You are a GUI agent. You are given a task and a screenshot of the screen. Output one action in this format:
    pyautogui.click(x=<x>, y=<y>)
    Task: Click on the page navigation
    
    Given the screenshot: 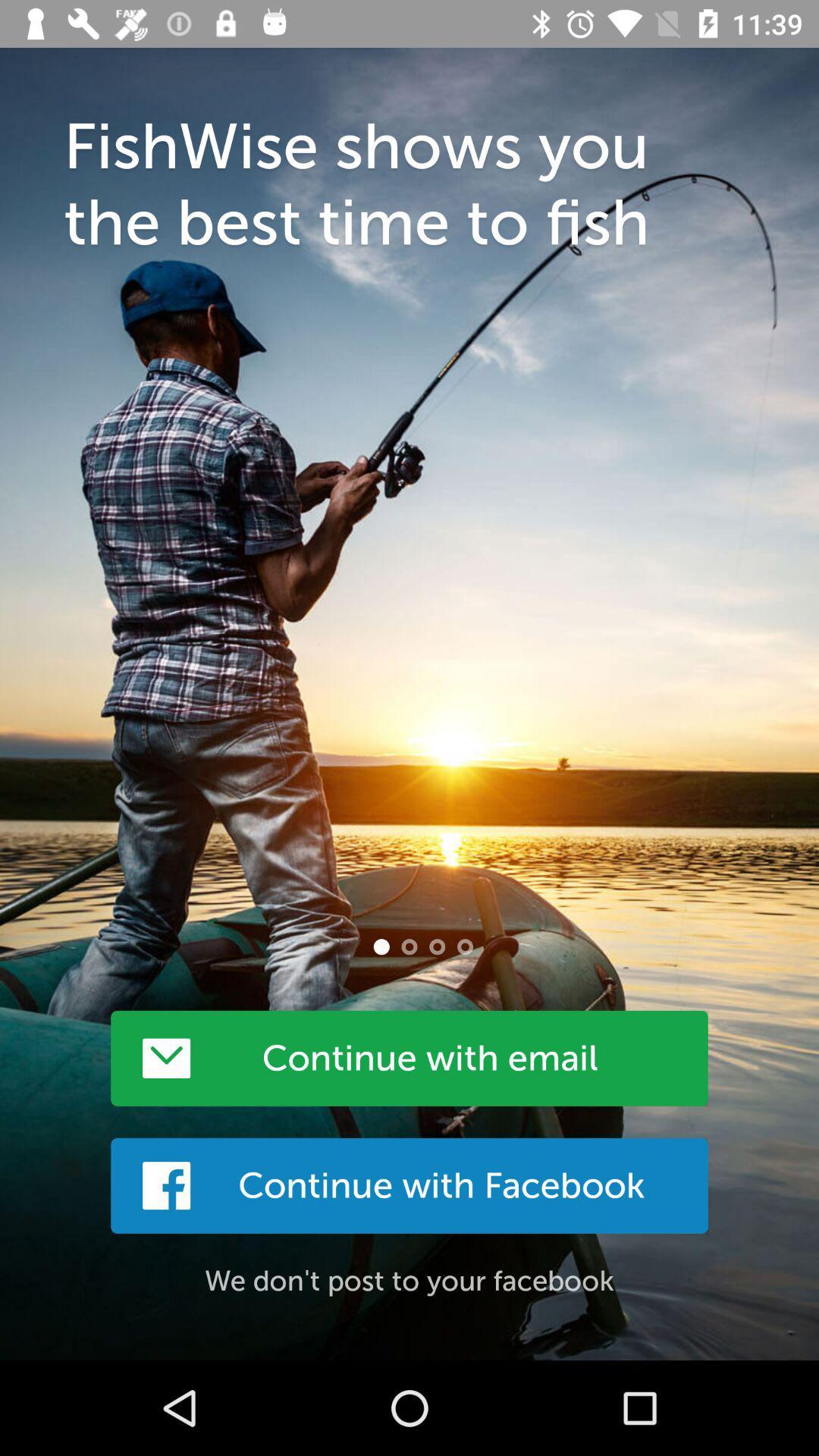 What is the action you would take?
    pyautogui.click(x=464, y=946)
    